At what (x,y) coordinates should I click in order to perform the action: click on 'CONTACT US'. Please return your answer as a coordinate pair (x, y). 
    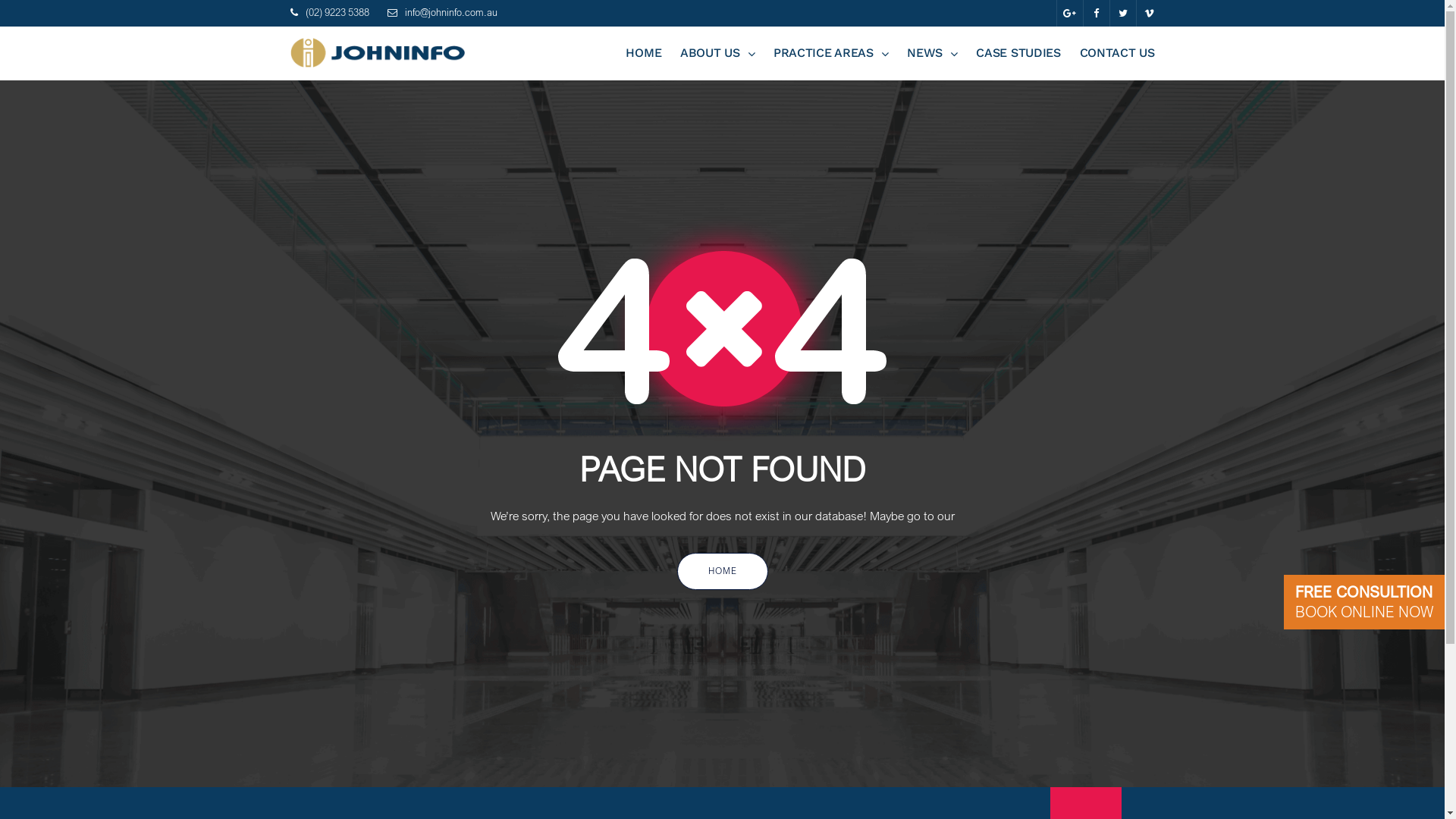
    Looking at the image, I should click on (1117, 52).